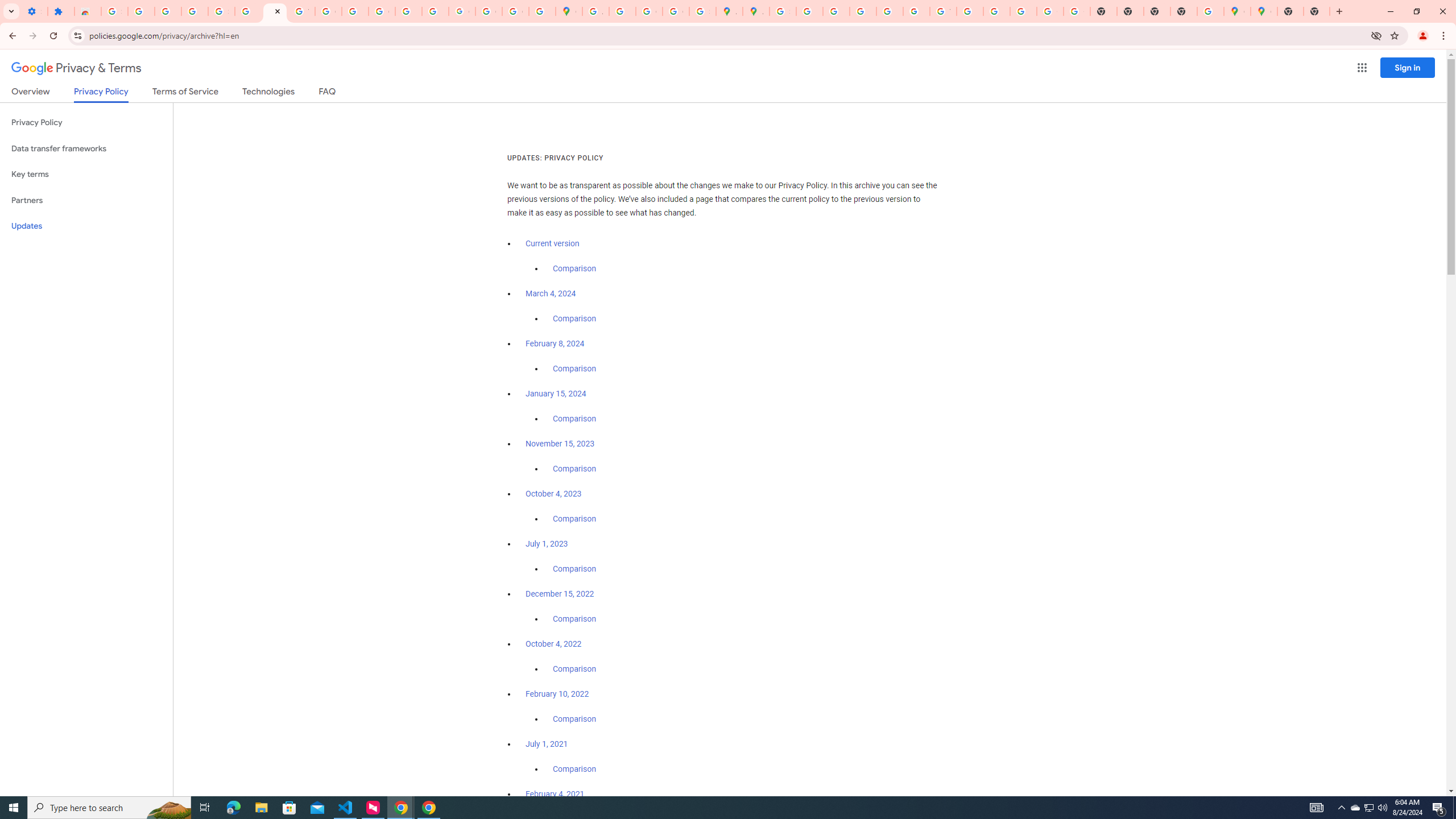 Image resolution: width=1456 pixels, height=819 pixels. Describe the element at coordinates (556, 394) in the screenshot. I see `'January 15, 2024'` at that location.